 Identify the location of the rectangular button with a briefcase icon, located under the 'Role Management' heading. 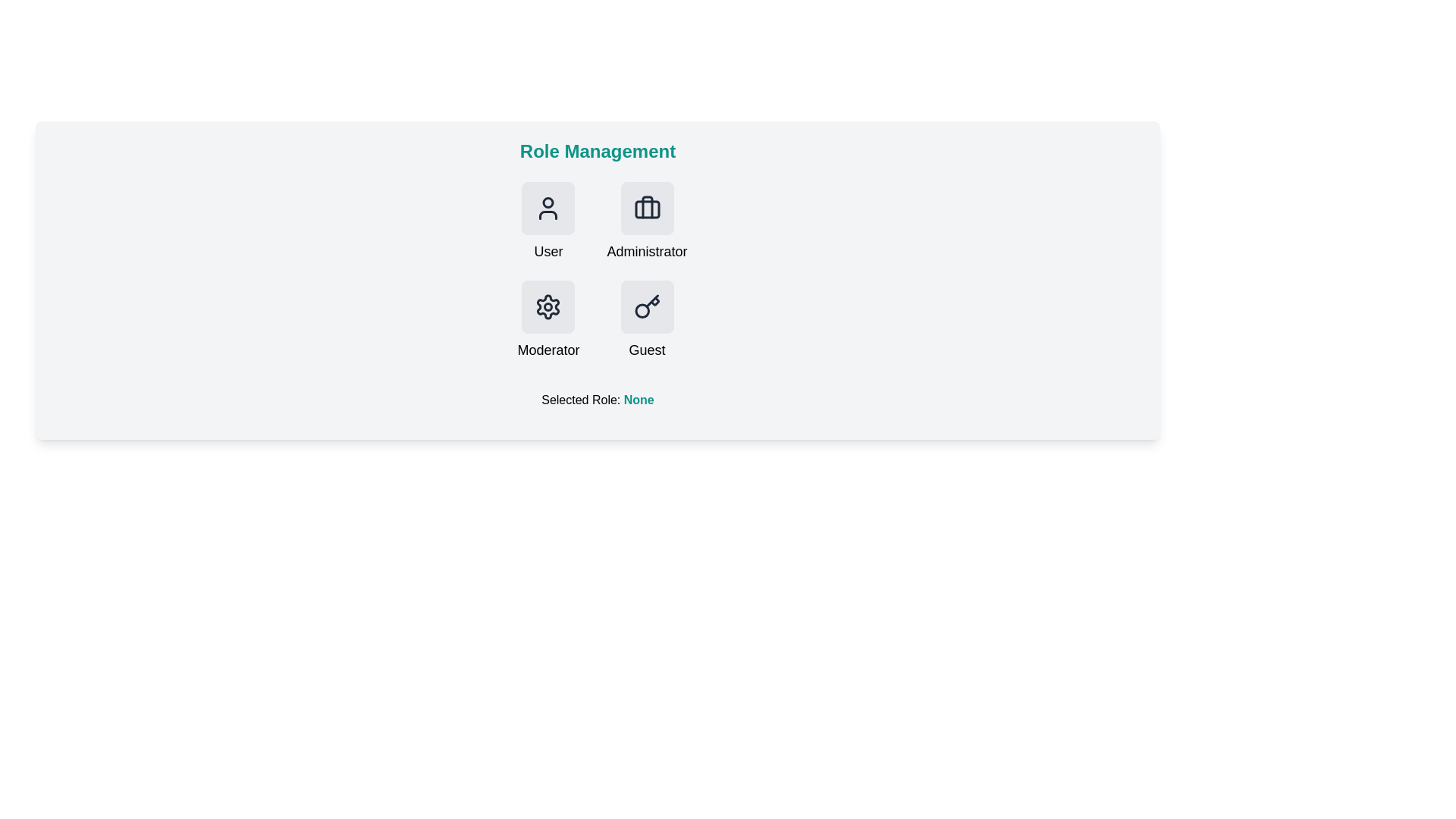
(647, 208).